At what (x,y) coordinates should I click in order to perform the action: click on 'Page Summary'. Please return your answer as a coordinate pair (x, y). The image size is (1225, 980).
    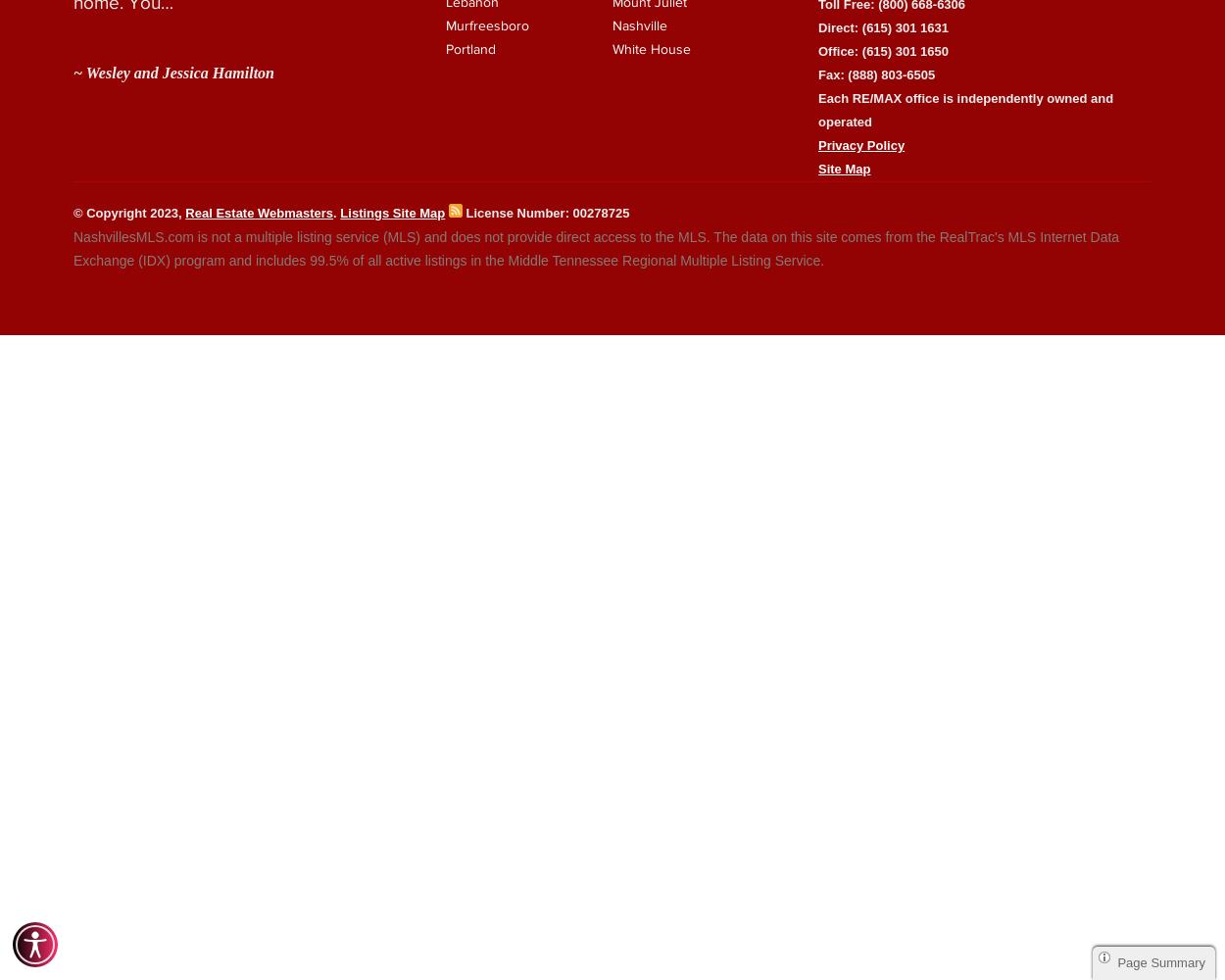
    Looking at the image, I should click on (1161, 961).